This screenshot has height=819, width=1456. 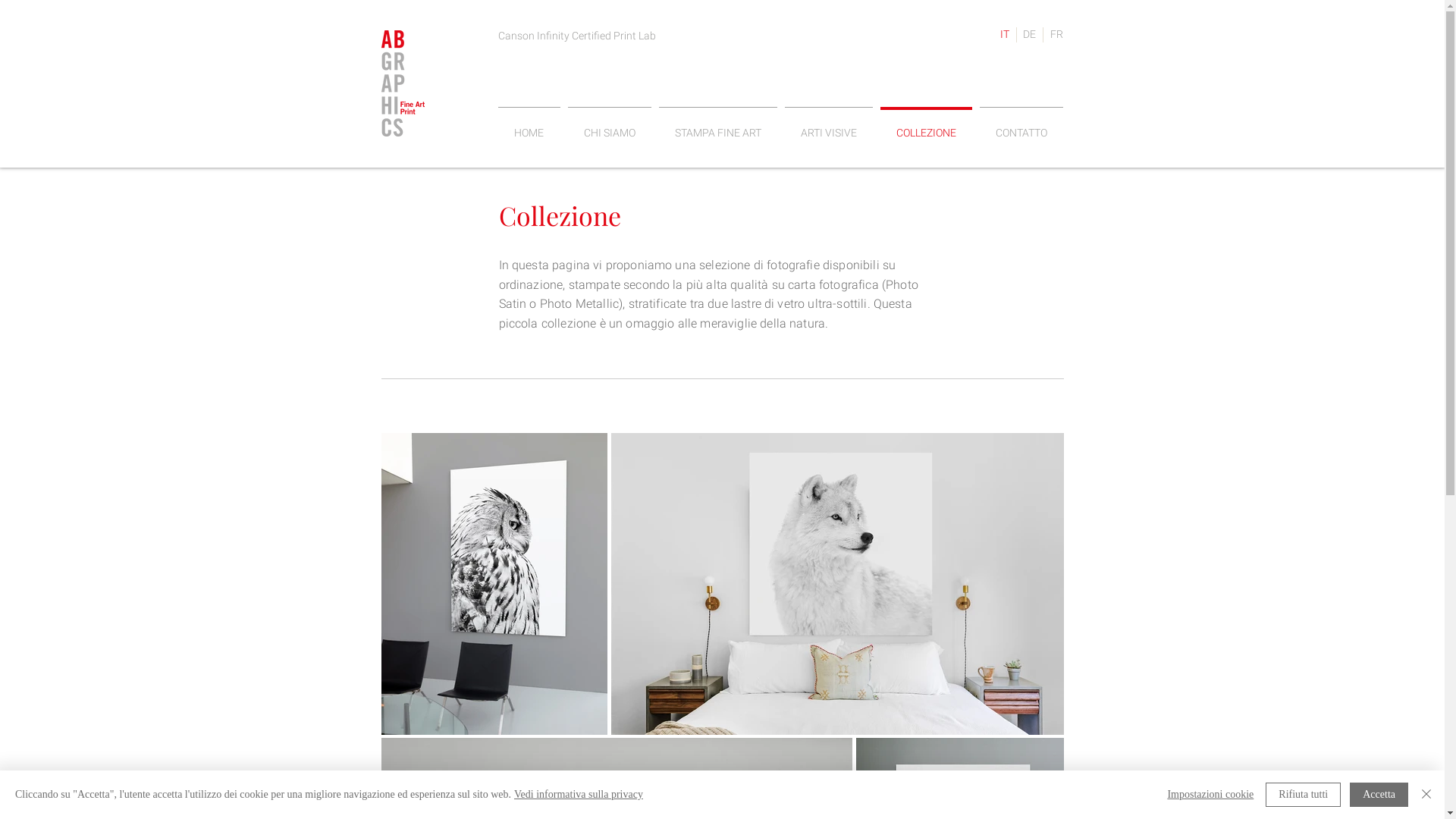 I want to click on 'Abgraphics_2.png', so click(x=402, y=83).